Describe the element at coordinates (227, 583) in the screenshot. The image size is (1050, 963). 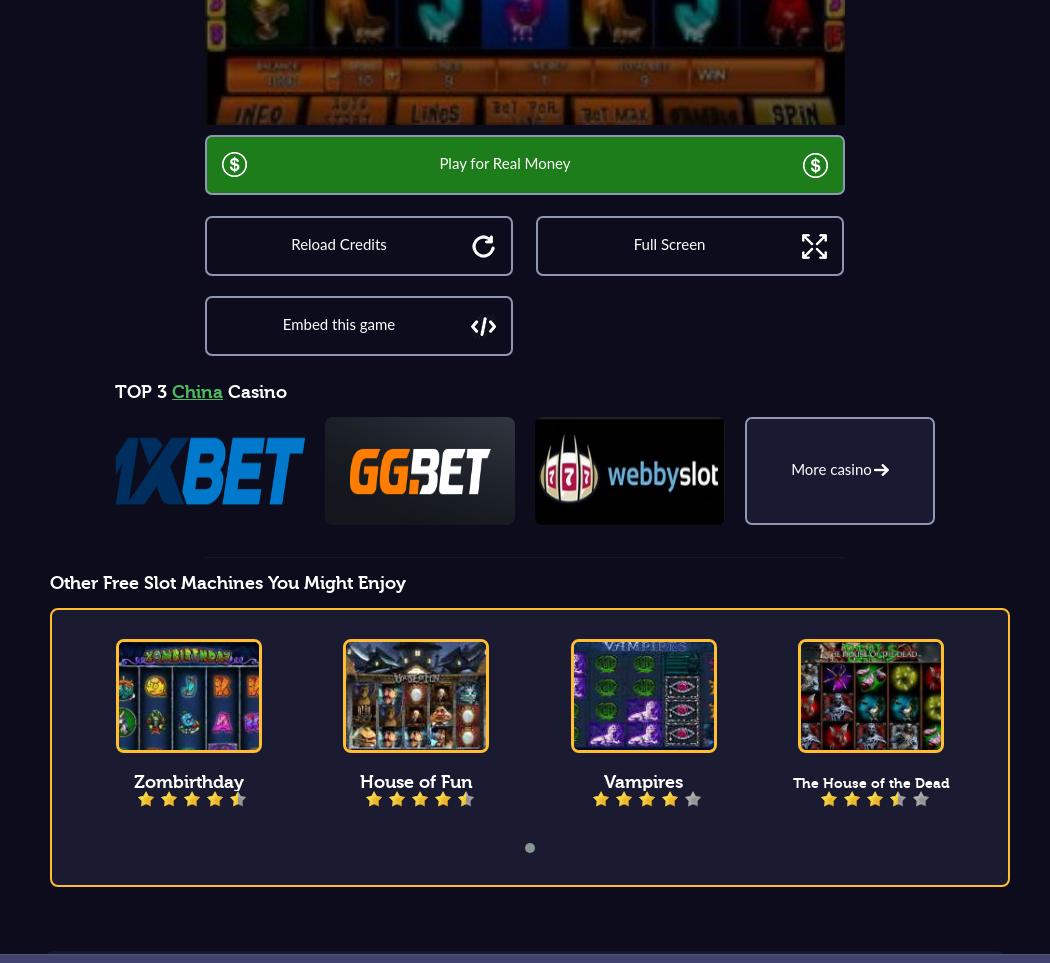
I see `'Other Free Slot Machines You Might Enjoy'` at that location.